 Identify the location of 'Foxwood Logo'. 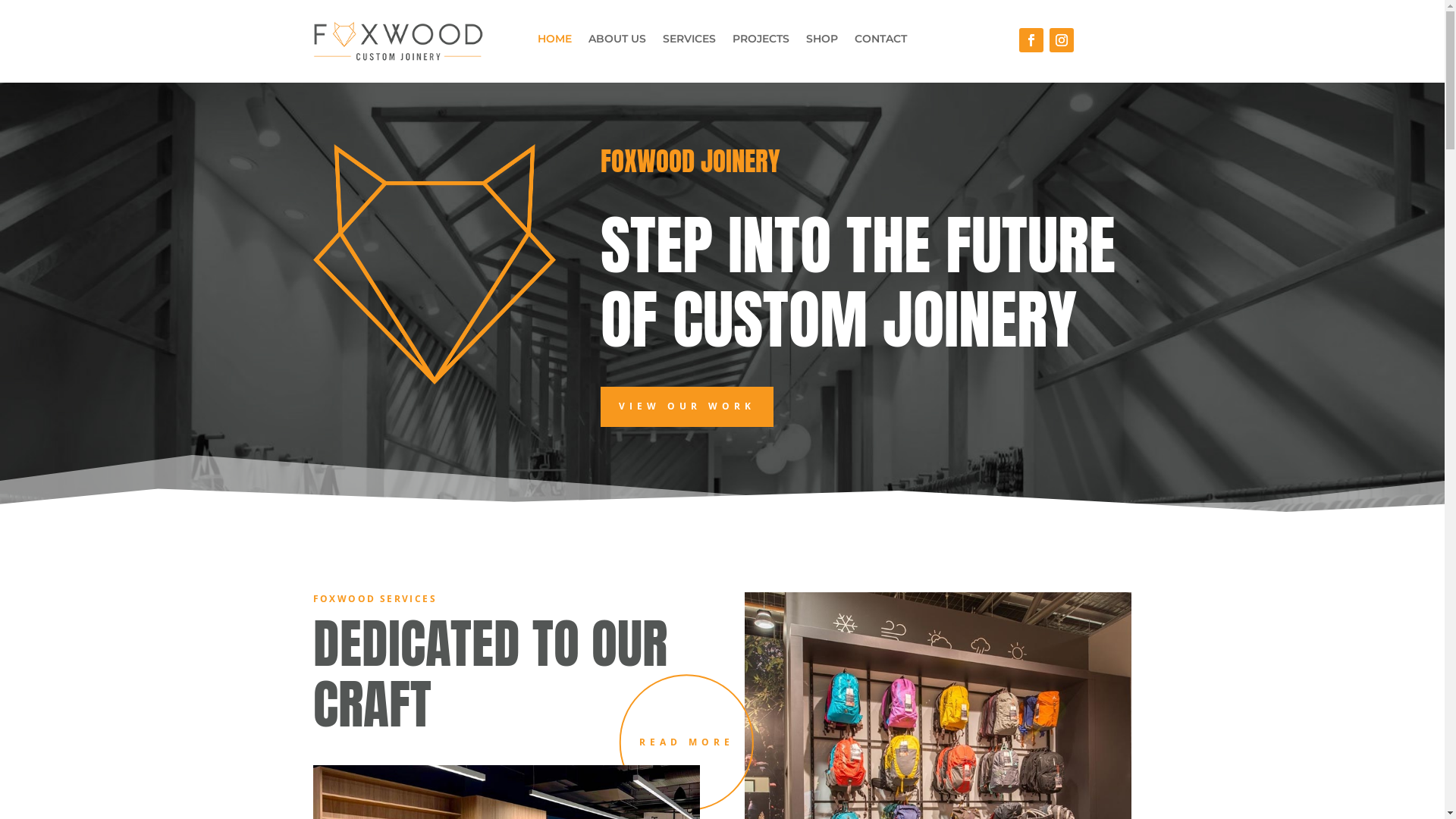
(312, 263).